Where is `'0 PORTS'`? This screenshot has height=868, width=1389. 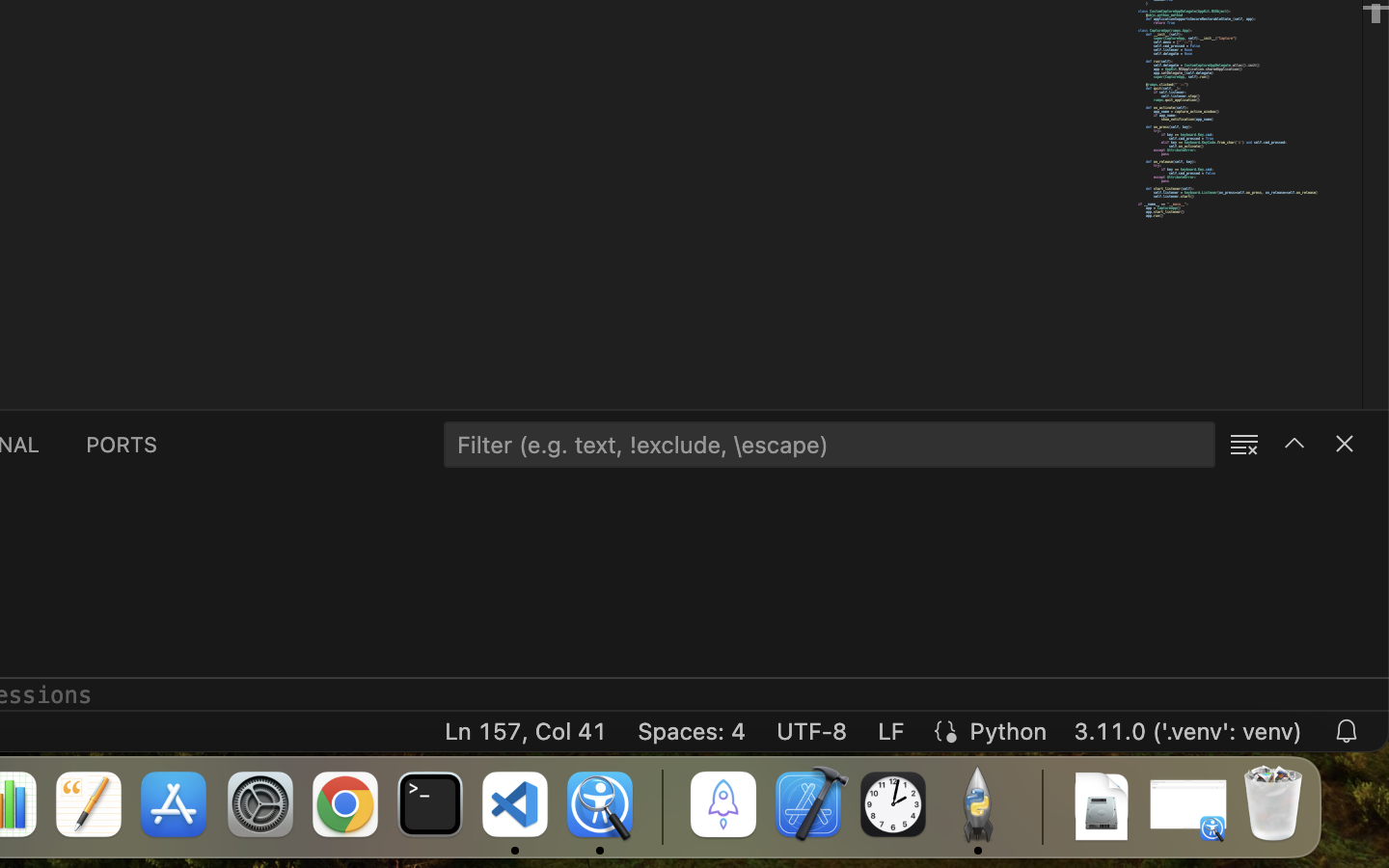
'0 PORTS' is located at coordinates (122, 442).